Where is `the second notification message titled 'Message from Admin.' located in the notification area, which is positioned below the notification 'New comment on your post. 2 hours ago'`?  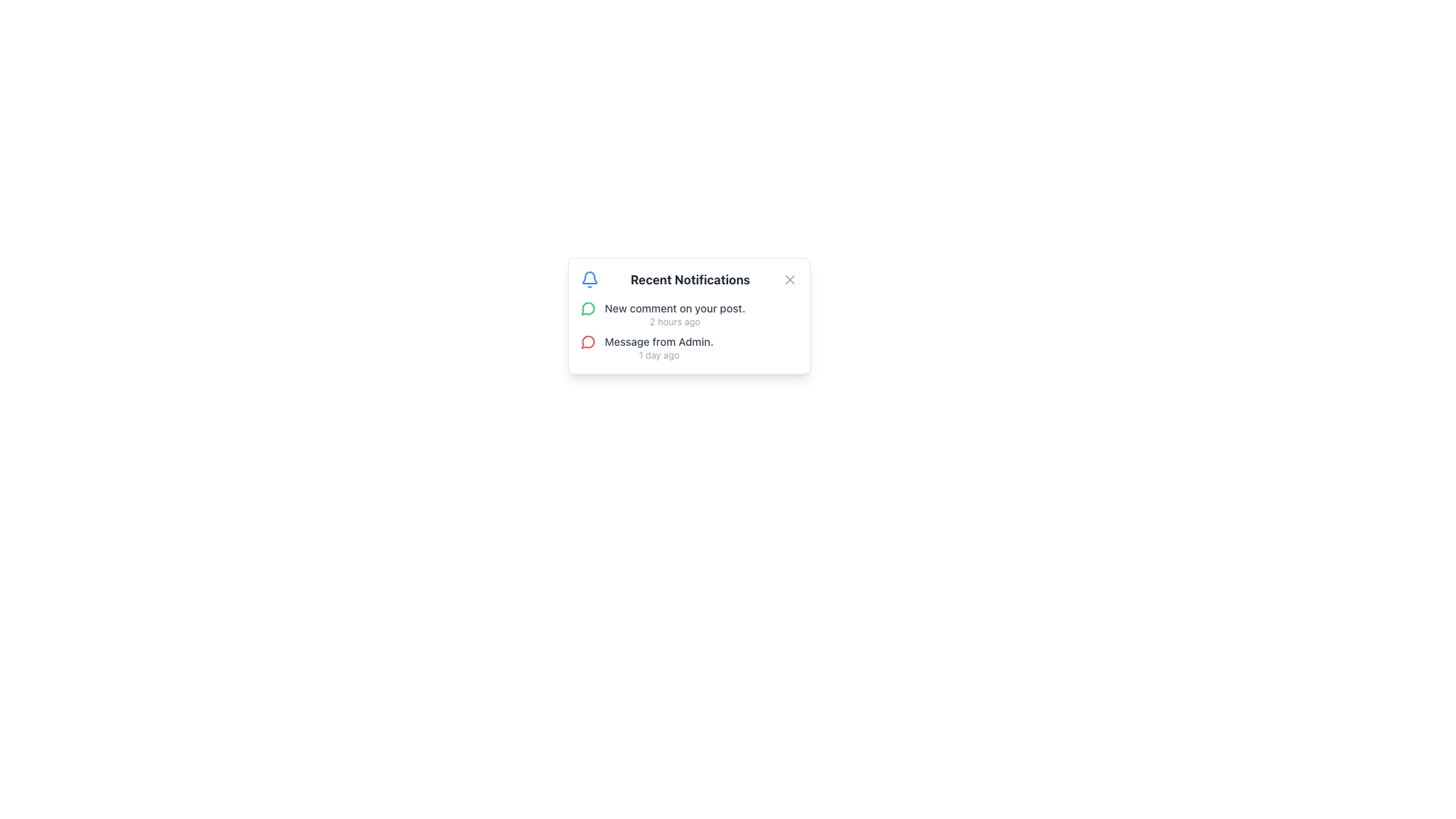 the second notification message titled 'Message from Admin.' located in the notification area, which is positioned below the notification 'New comment on your post. 2 hours ago' is located at coordinates (659, 348).